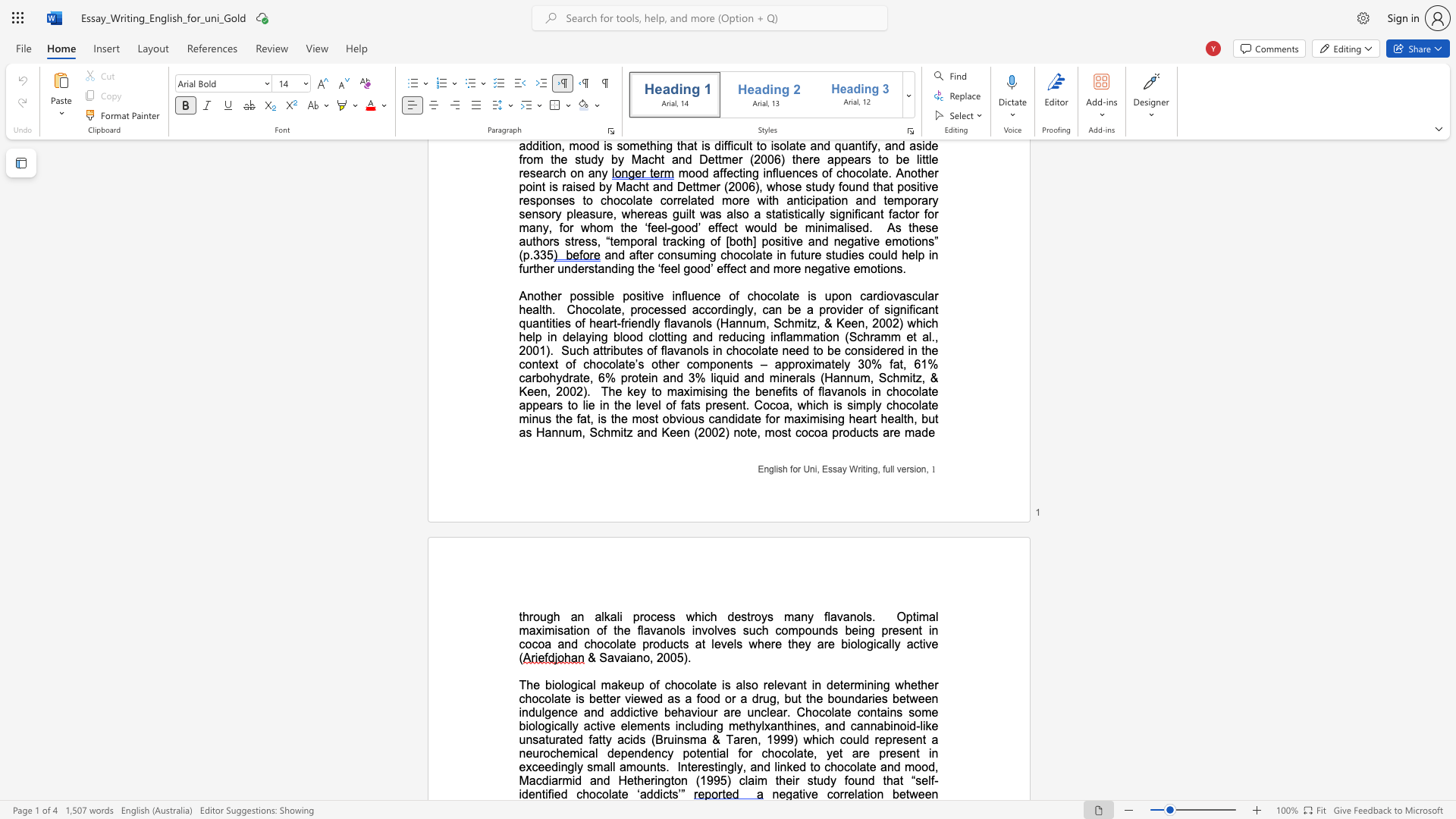 This screenshot has height=819, width=1456. Describe the element at coordinates (915, 468) in the screenshot. I see `the subset text "on" within the text "English for Uni, Essay Writing, full version,"` at that location.